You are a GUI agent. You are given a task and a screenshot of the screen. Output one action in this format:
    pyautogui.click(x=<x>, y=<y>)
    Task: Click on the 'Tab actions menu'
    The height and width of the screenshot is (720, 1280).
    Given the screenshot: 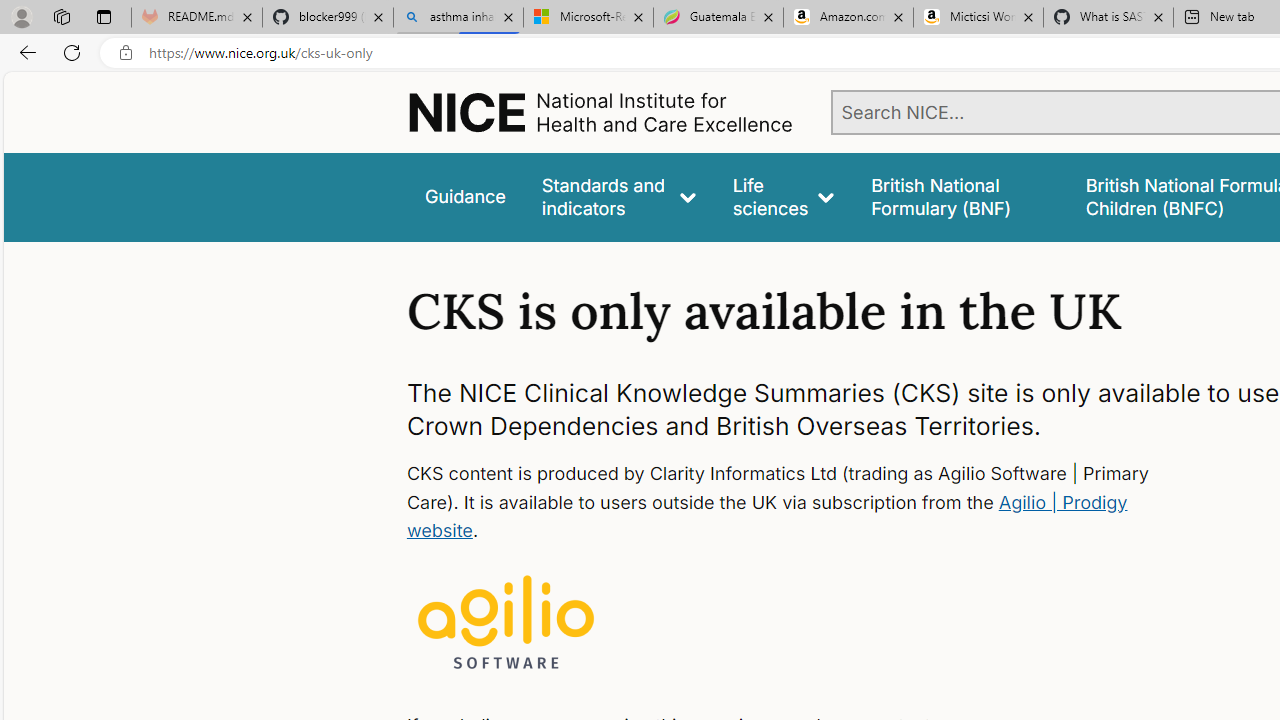 What is the action you would take?
    pyautogui.click(x=103, y=16)
    